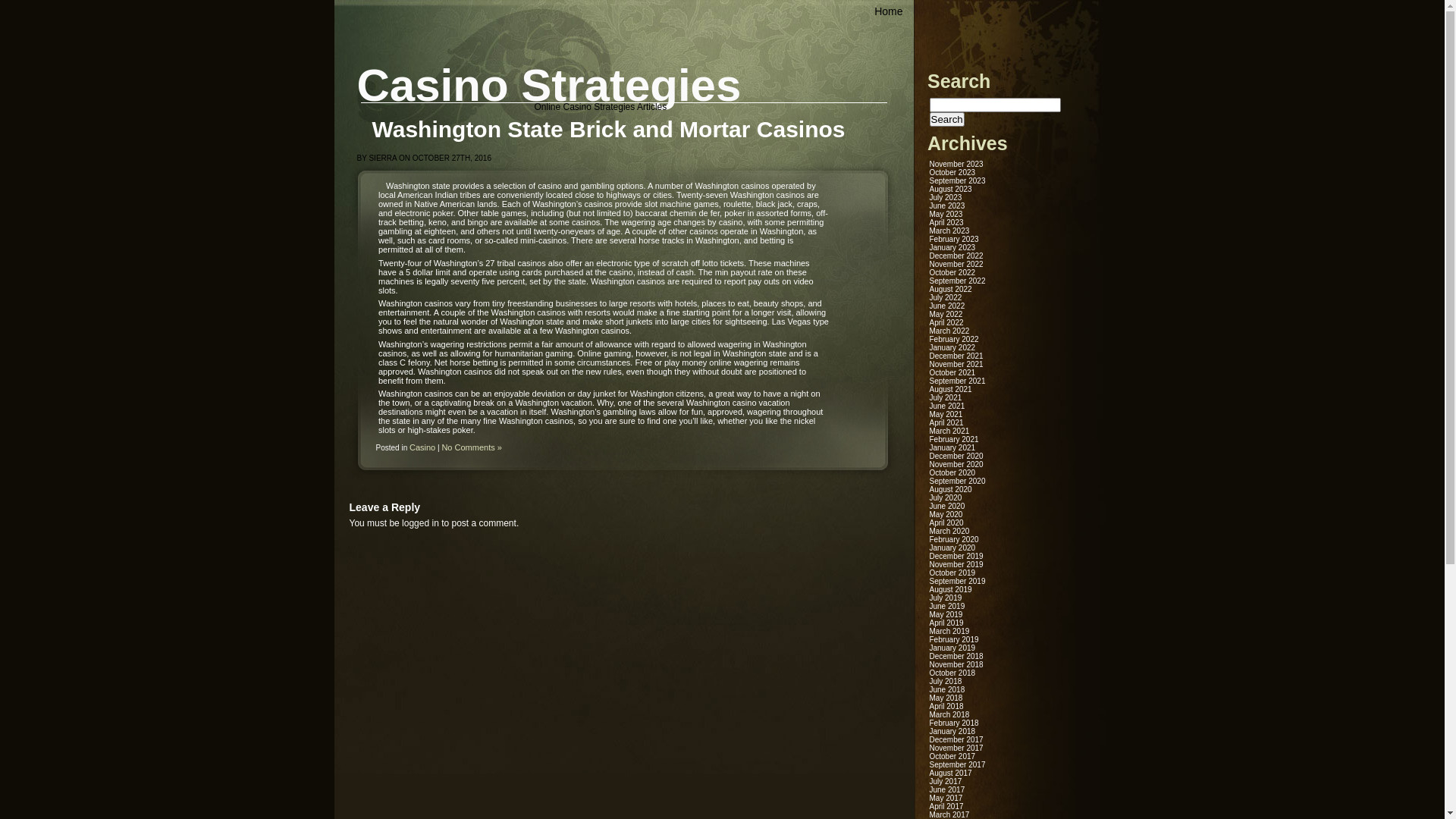 Image resolution: width=1456 pixels, height=819 pixels. What do you see at coordinates (946, 506) in the screenshot?
I see `'June 2020'` at bounding box center [946, 506].